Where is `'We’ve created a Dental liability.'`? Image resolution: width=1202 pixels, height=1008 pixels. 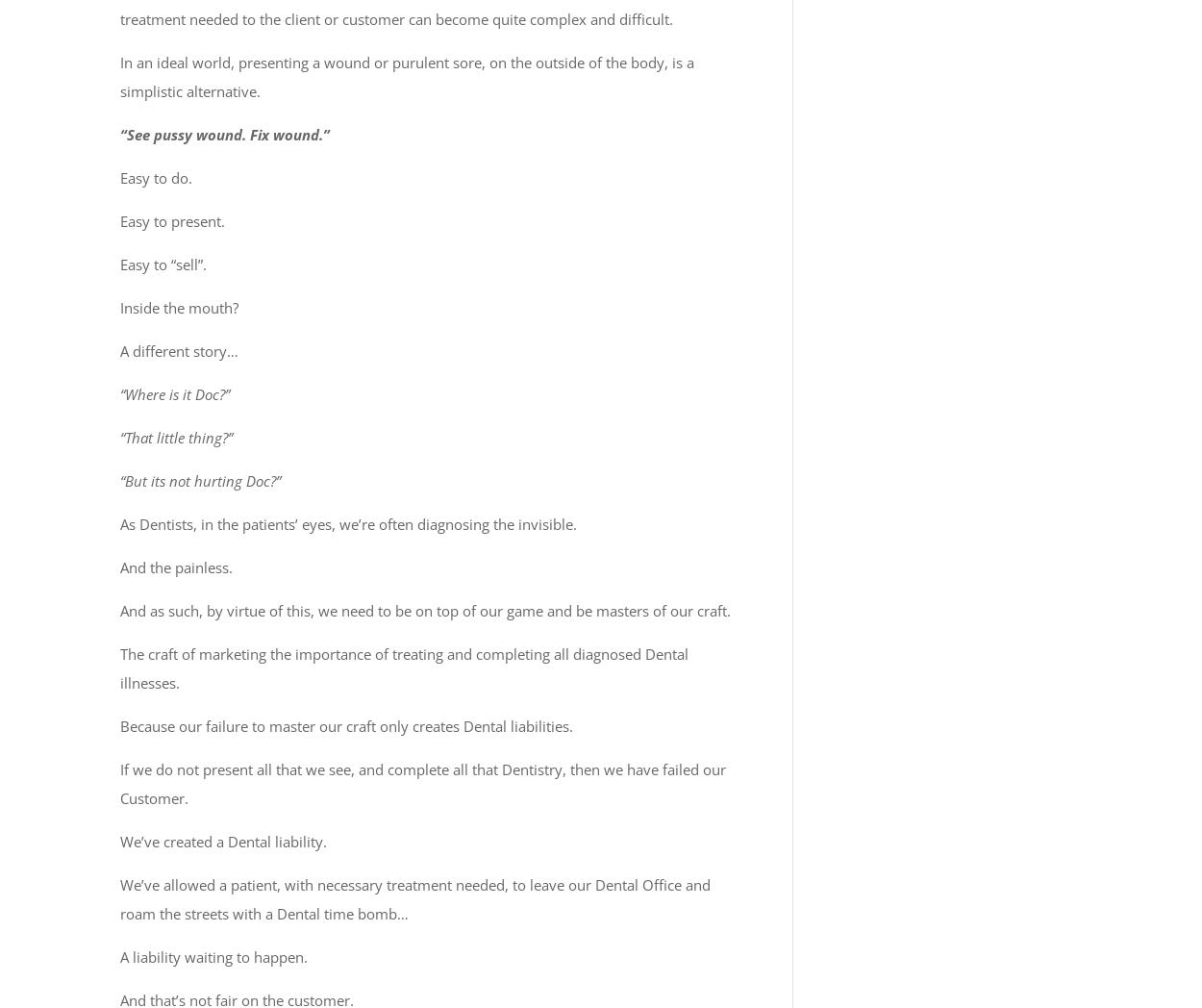
'We’ve created a Dental liability.' is located at coordinates (222, 840).